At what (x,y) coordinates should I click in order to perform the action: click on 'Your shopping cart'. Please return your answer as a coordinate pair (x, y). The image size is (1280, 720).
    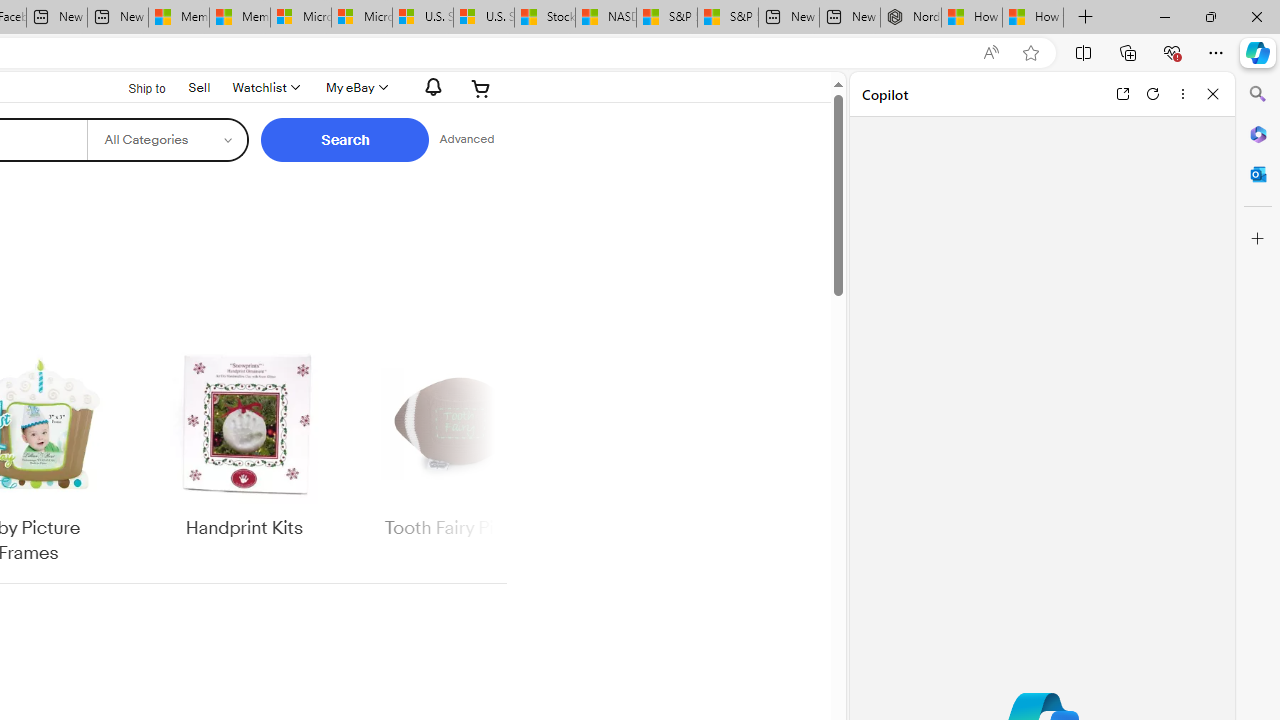
    Looking at the image, I should click on (481, 87).